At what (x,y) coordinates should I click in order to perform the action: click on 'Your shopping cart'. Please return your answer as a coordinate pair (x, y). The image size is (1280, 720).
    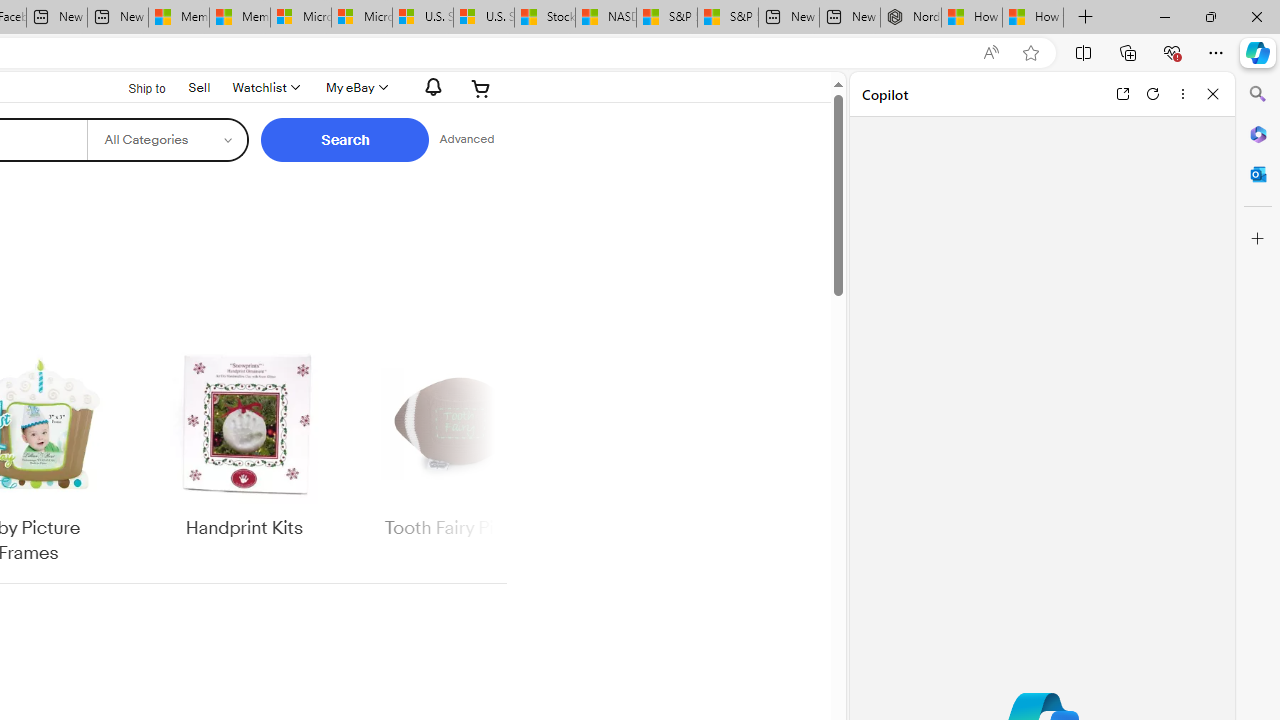
    Looking at the image, I should click on (481, 87).